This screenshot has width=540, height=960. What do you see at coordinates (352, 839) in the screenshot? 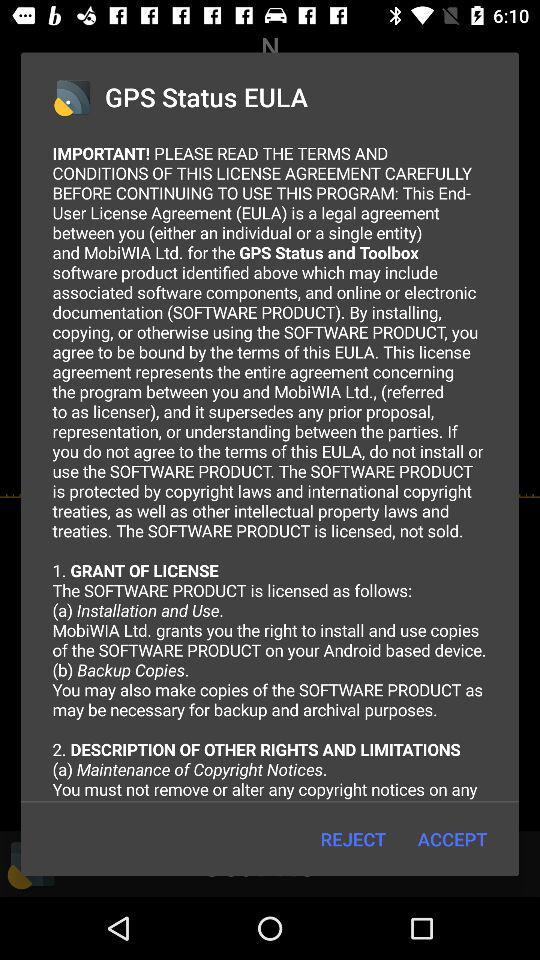
I see `the item next to accept item` at bounding box center [352, 839].